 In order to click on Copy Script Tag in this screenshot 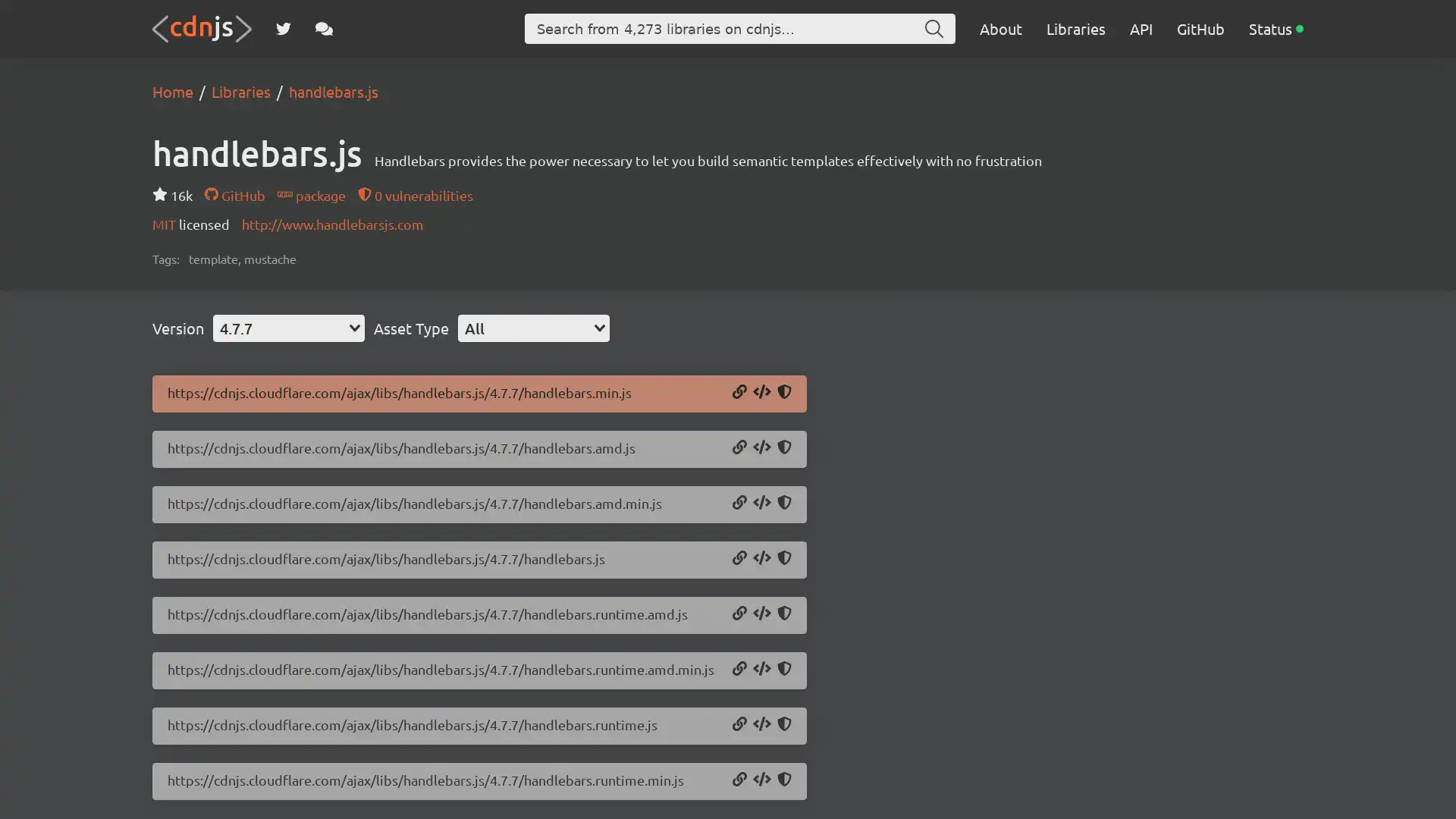, I will do `click(761, 447)`.